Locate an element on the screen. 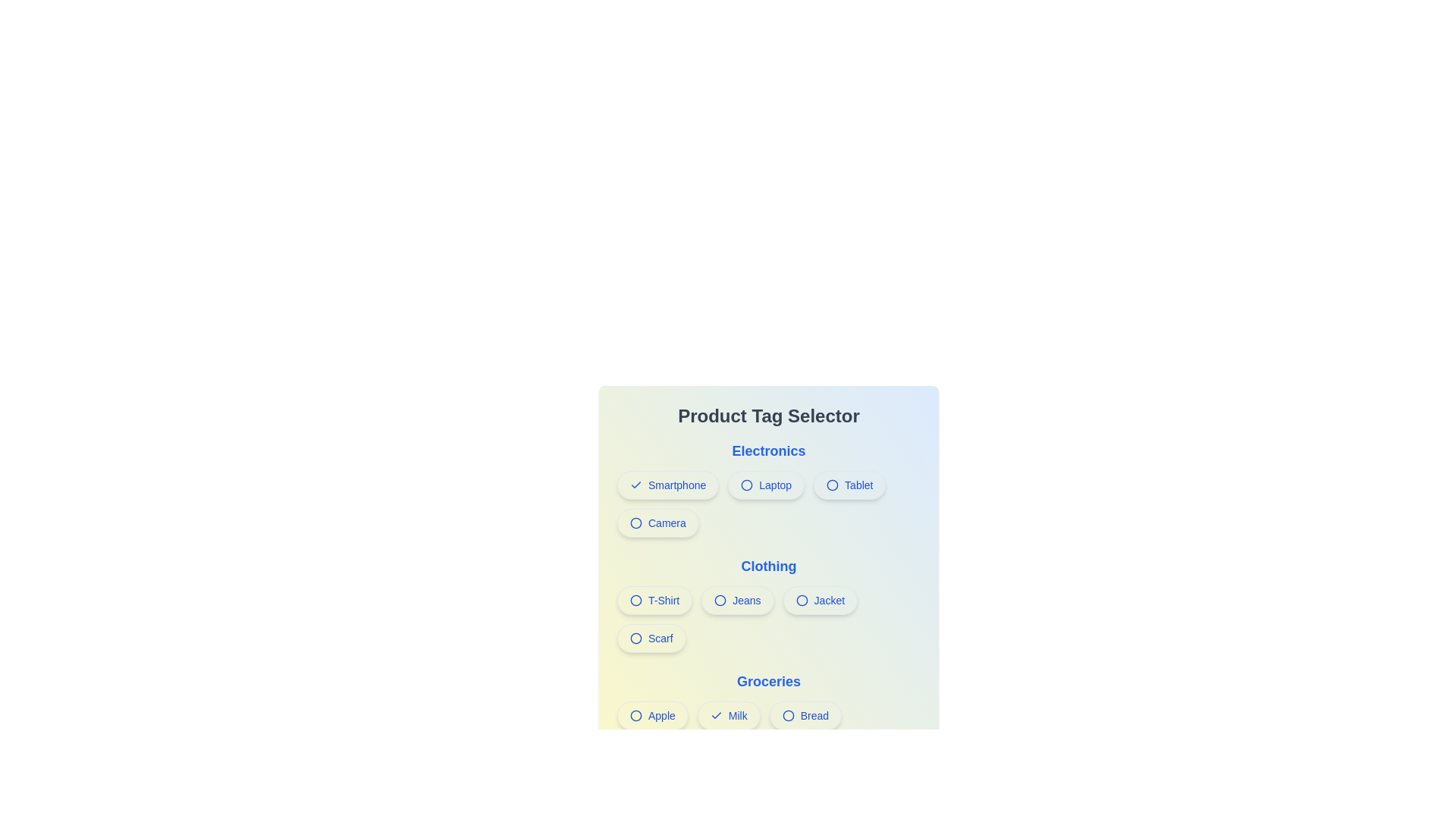 This screenshot has width=1456, height=819. the interactive button for selecting the 'Bread' category within the groceries section, located at the bottom-center of the interface is located at coordinates (768, 718).